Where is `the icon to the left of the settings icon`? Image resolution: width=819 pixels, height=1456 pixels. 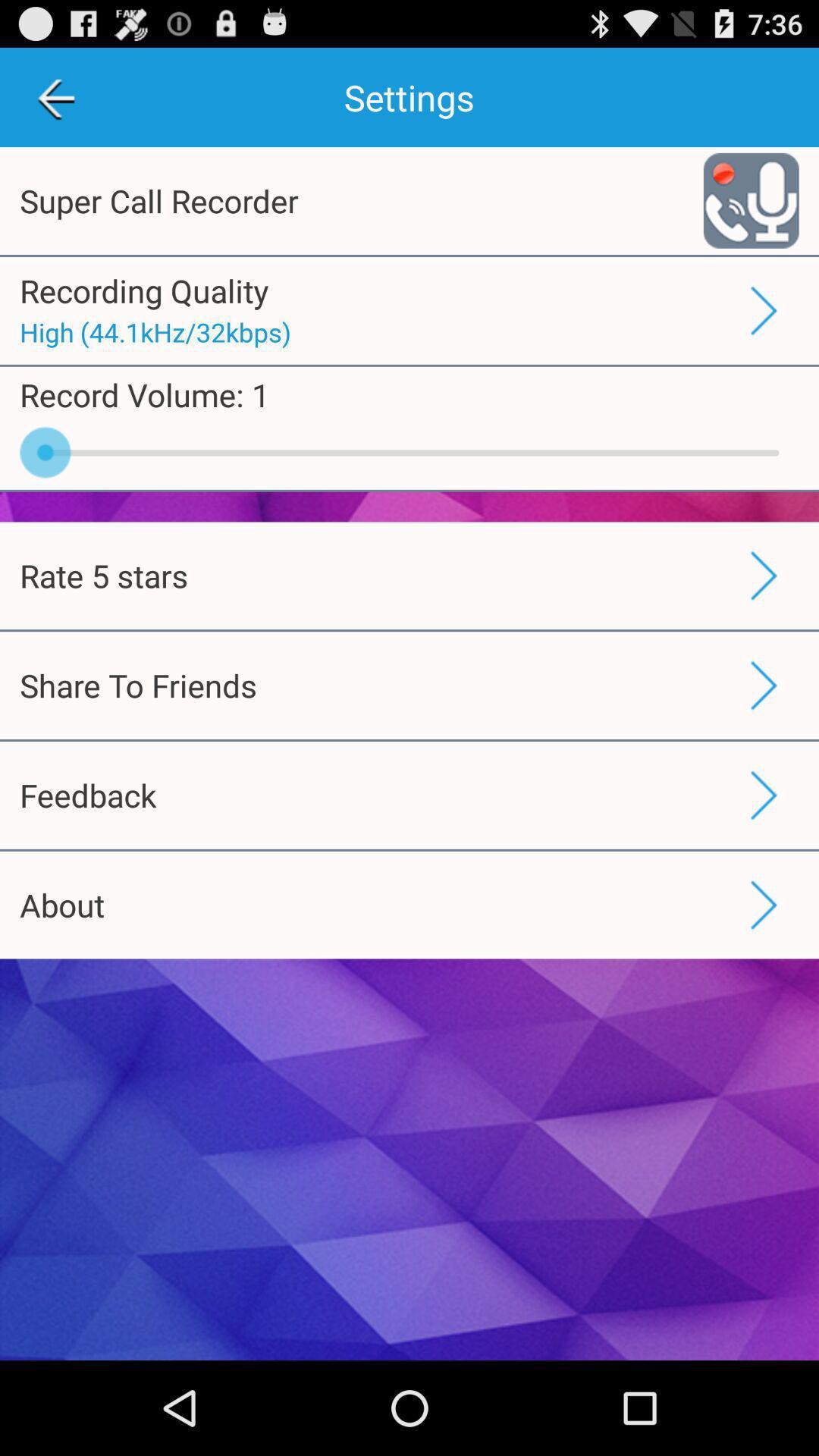
the icon to the left of the settings icon is located at coordinates (55, 96).